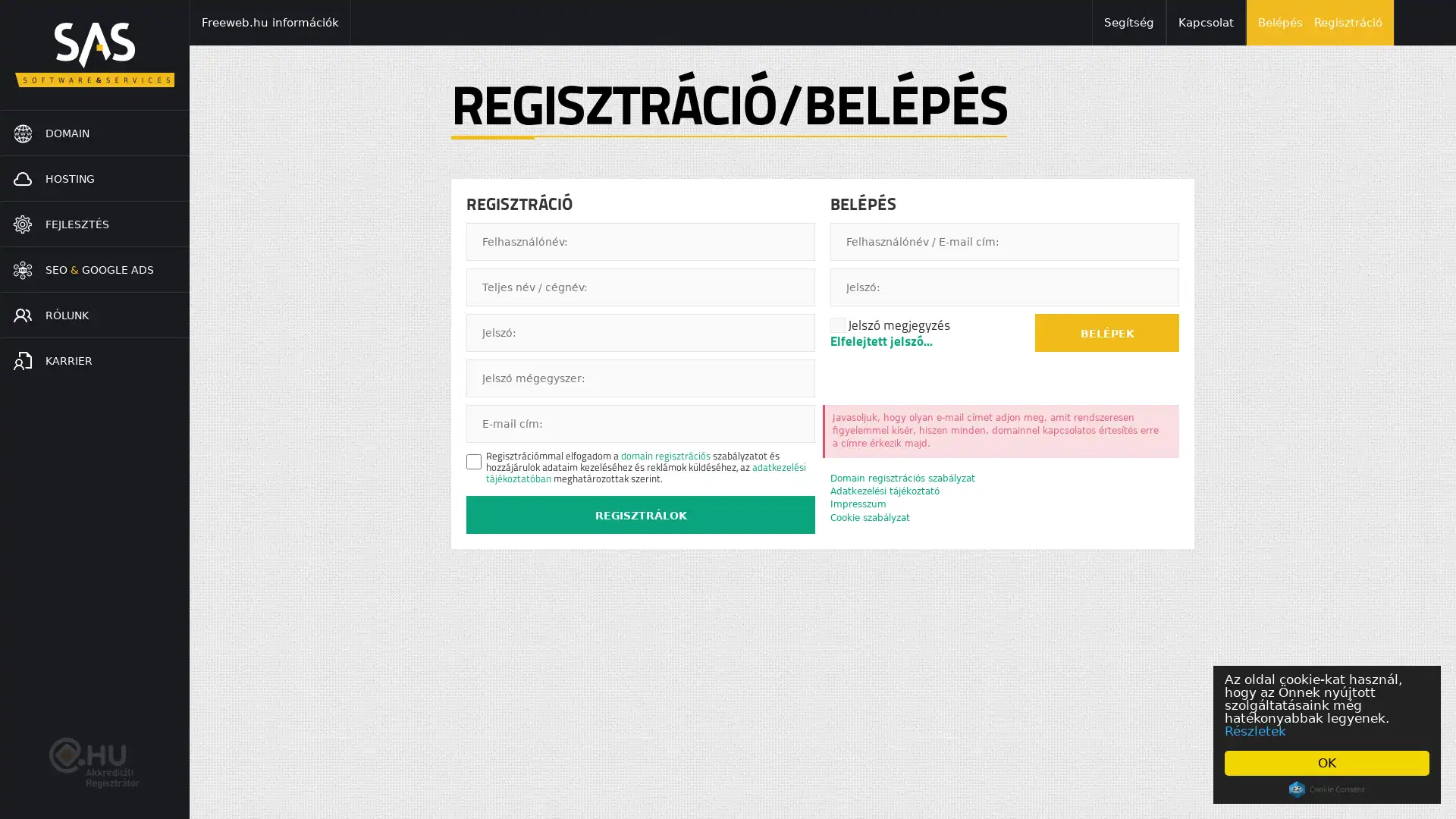 This screenshot has height=819, width=1456. I want to click on REGISZTRALOK, so click(640, 513).